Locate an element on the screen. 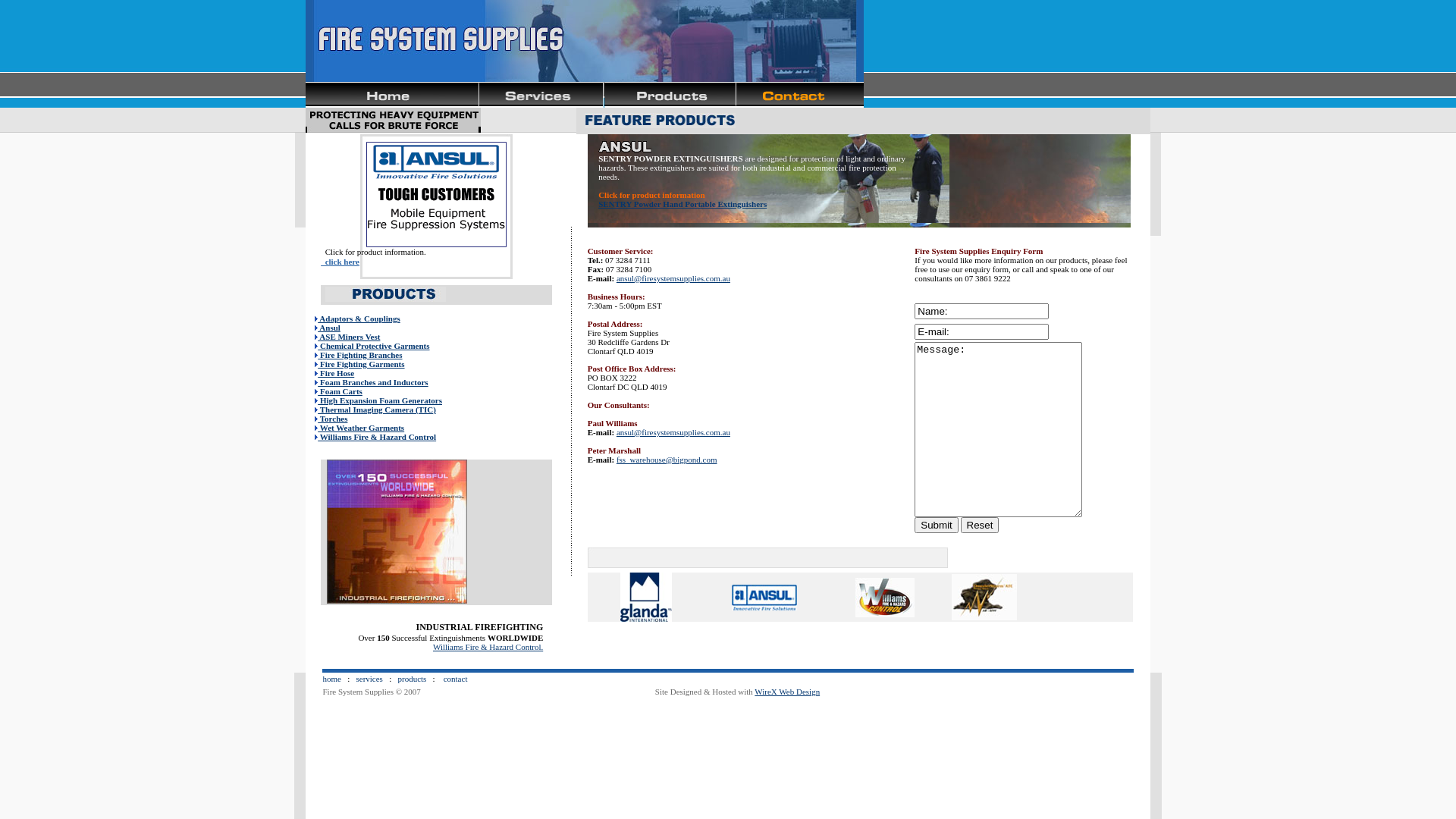 The width and height of the screenshot is (1456, 819). ' Fire Fighting Branches' is located at coordinates (357, 354).